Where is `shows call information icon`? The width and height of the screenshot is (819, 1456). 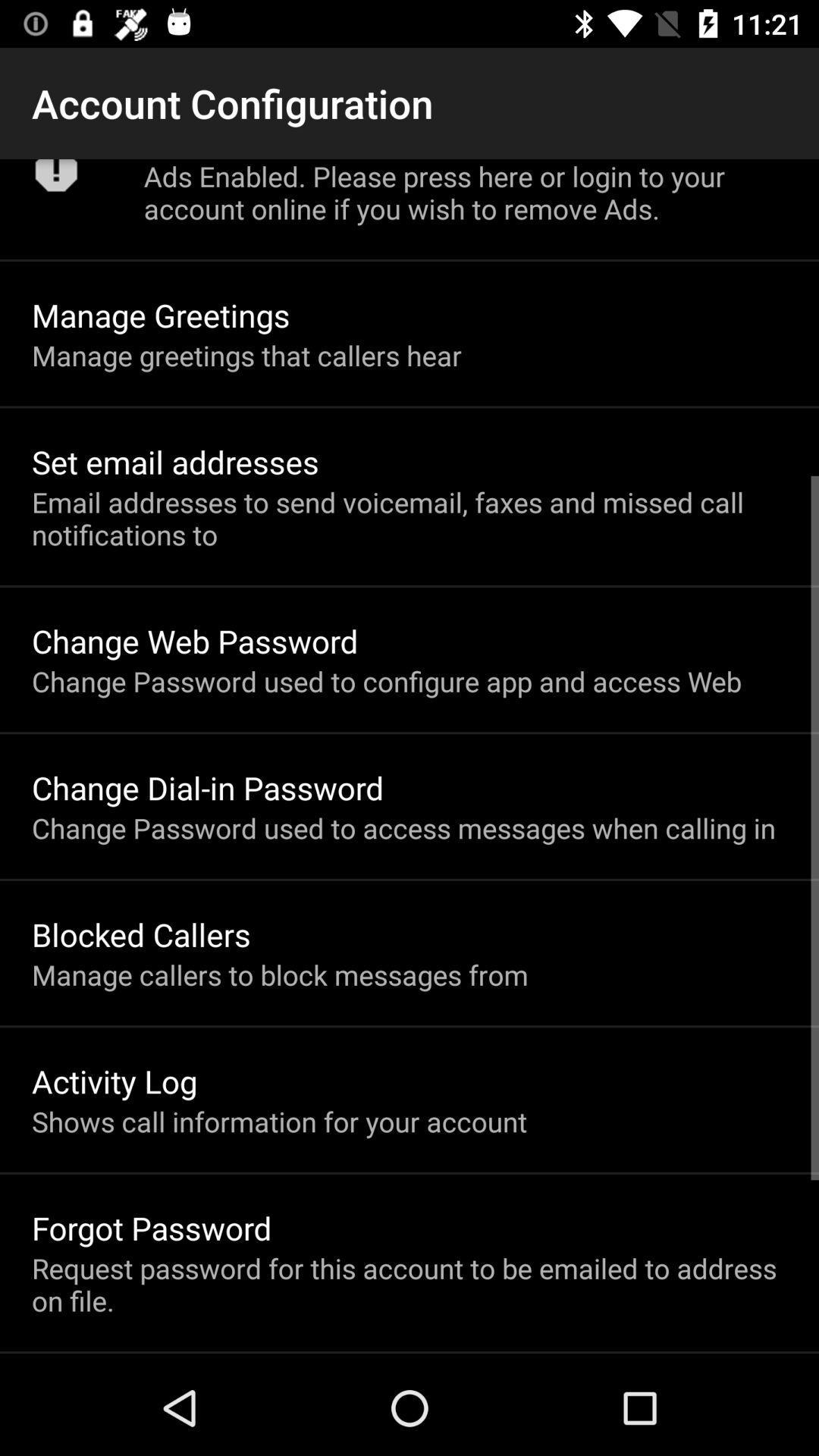 shows call information icon is located at coordinates (279, 1121).